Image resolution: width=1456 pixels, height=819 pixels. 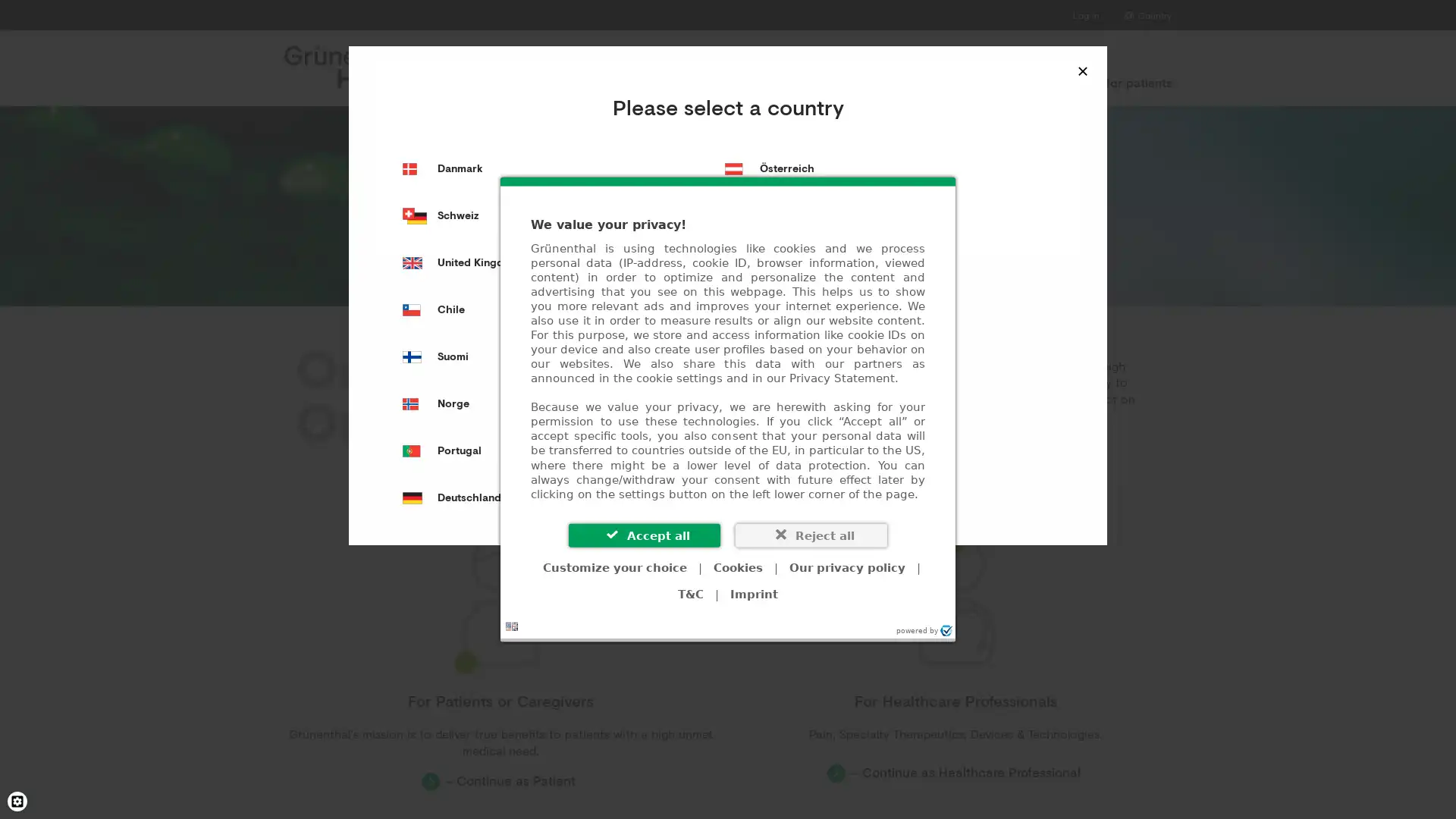 What do you see at coordinates (954, 773) in the screenshot?
I see `... Continue as Healthcare Professional` at bounding box center [954, 773].